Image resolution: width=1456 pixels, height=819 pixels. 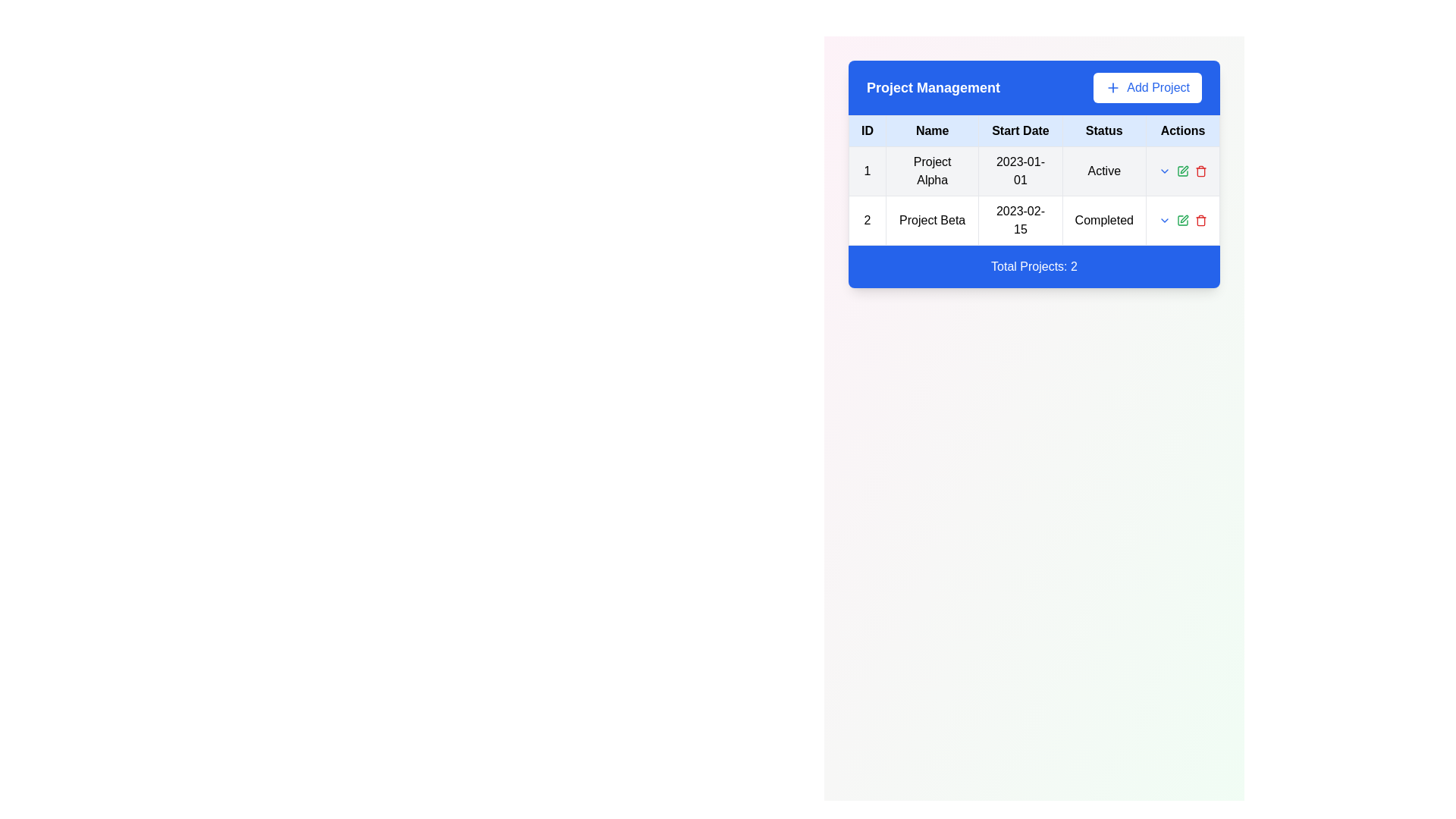 I want to click on the delete button located in the rightmost position of the 'Actions' column in the second row of the 'Project Management' table, so click(x=1200, y=171).